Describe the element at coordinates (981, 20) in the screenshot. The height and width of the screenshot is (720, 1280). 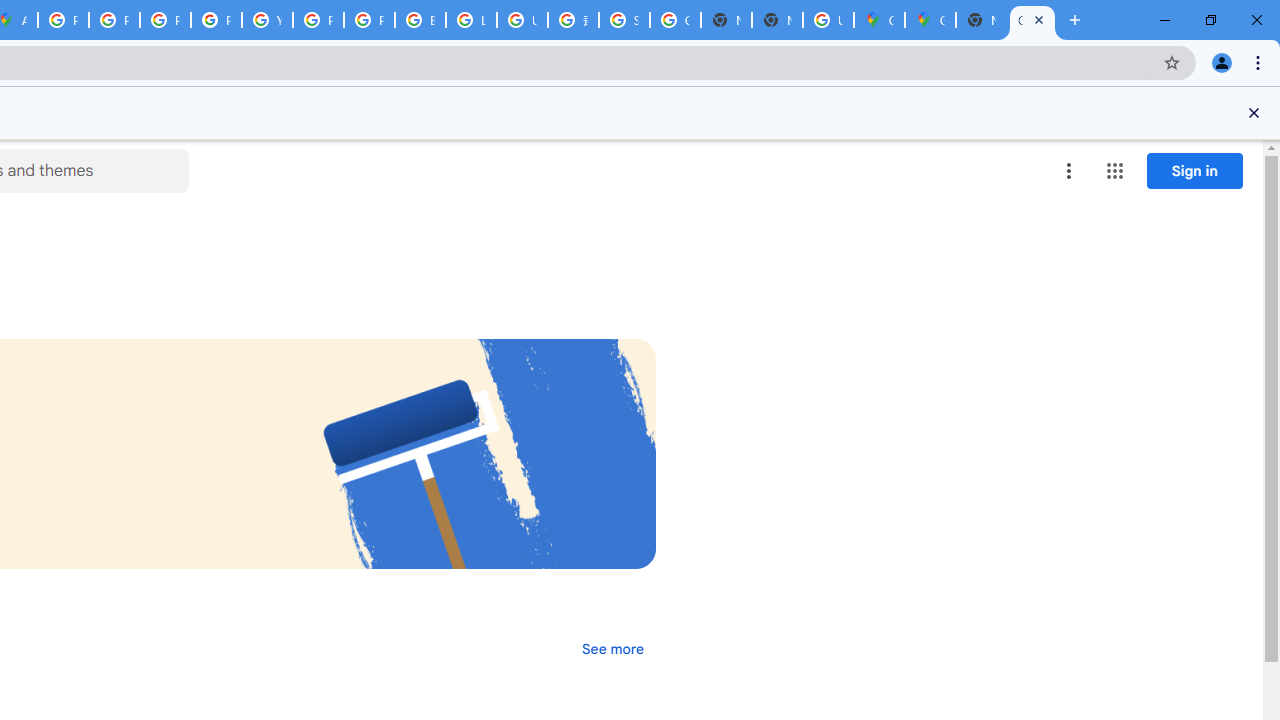
I see `'New Tab'` at that location.